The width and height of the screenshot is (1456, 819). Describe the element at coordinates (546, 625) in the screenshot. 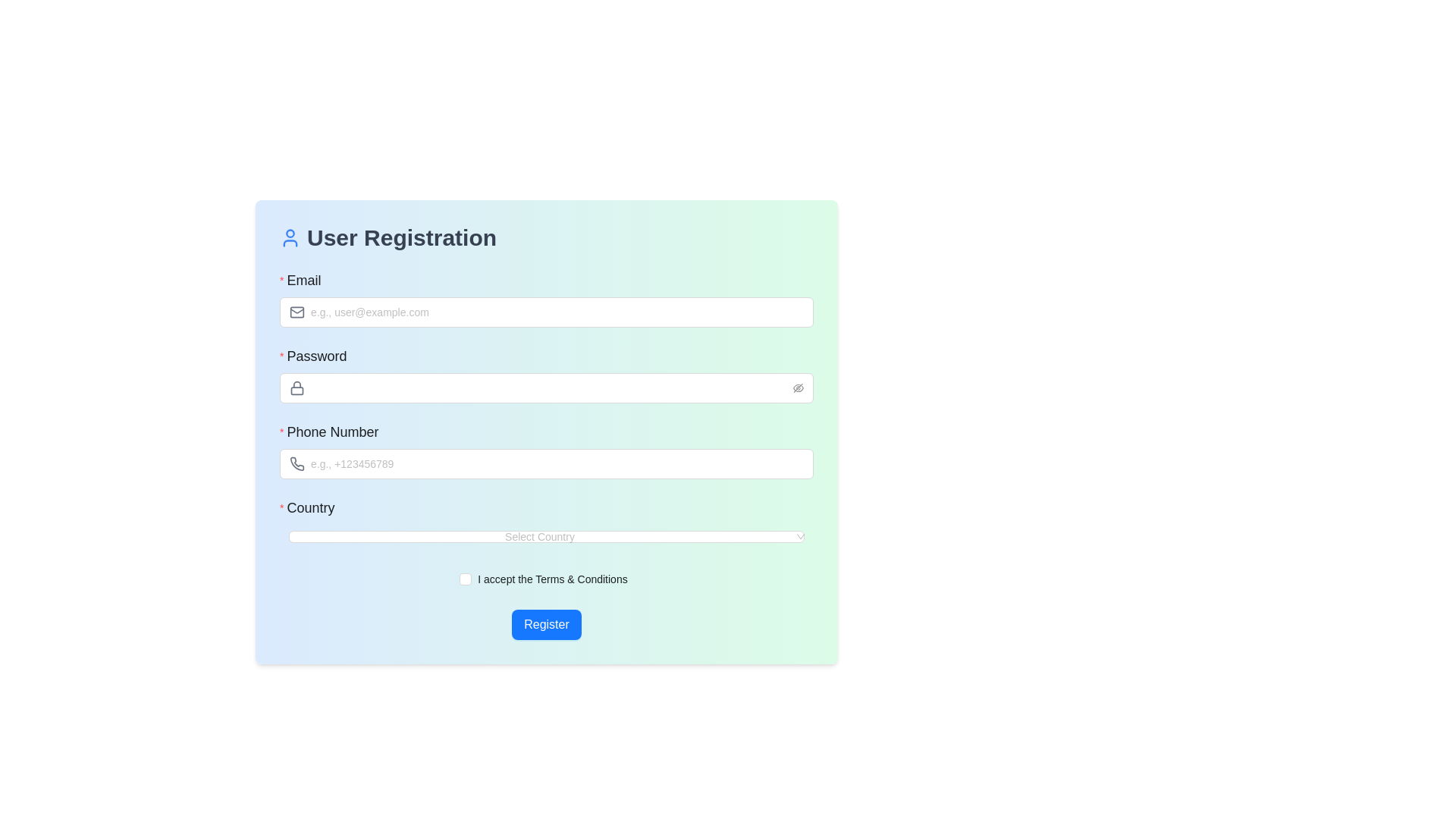

I see `the prominent blue 'Register' button located at the bottom of the form` at that location.